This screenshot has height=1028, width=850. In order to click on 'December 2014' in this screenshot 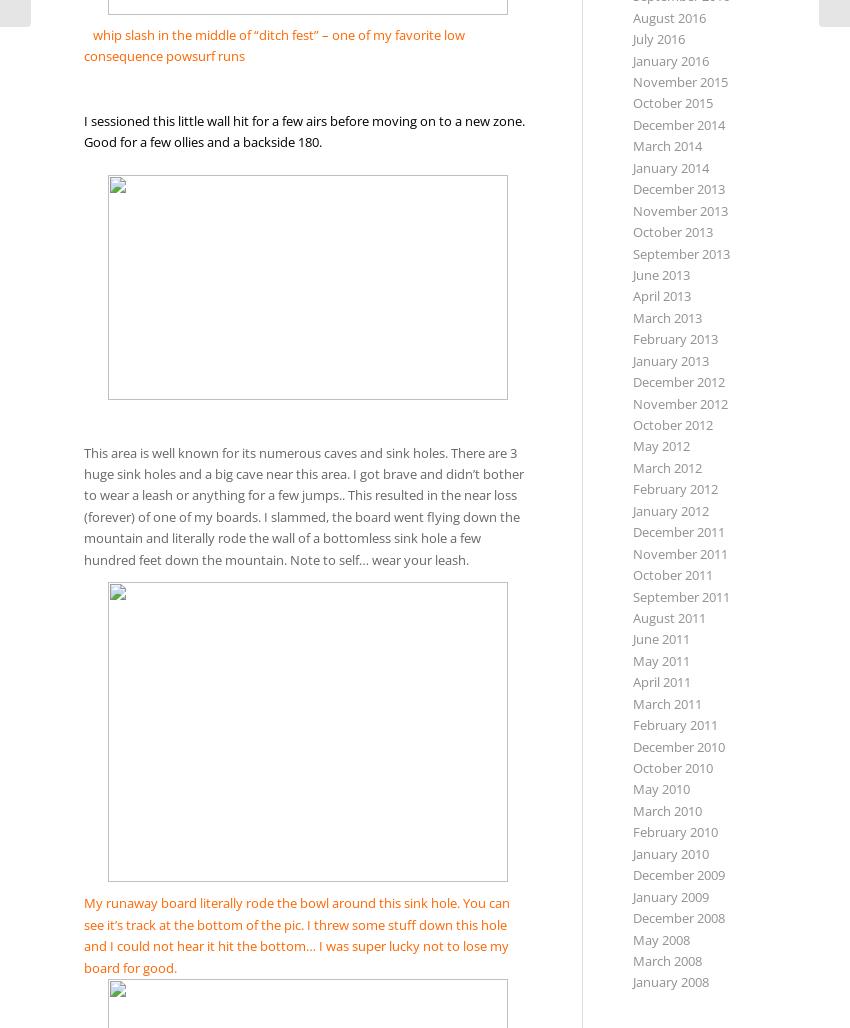, I will do `click(677, 122)`.